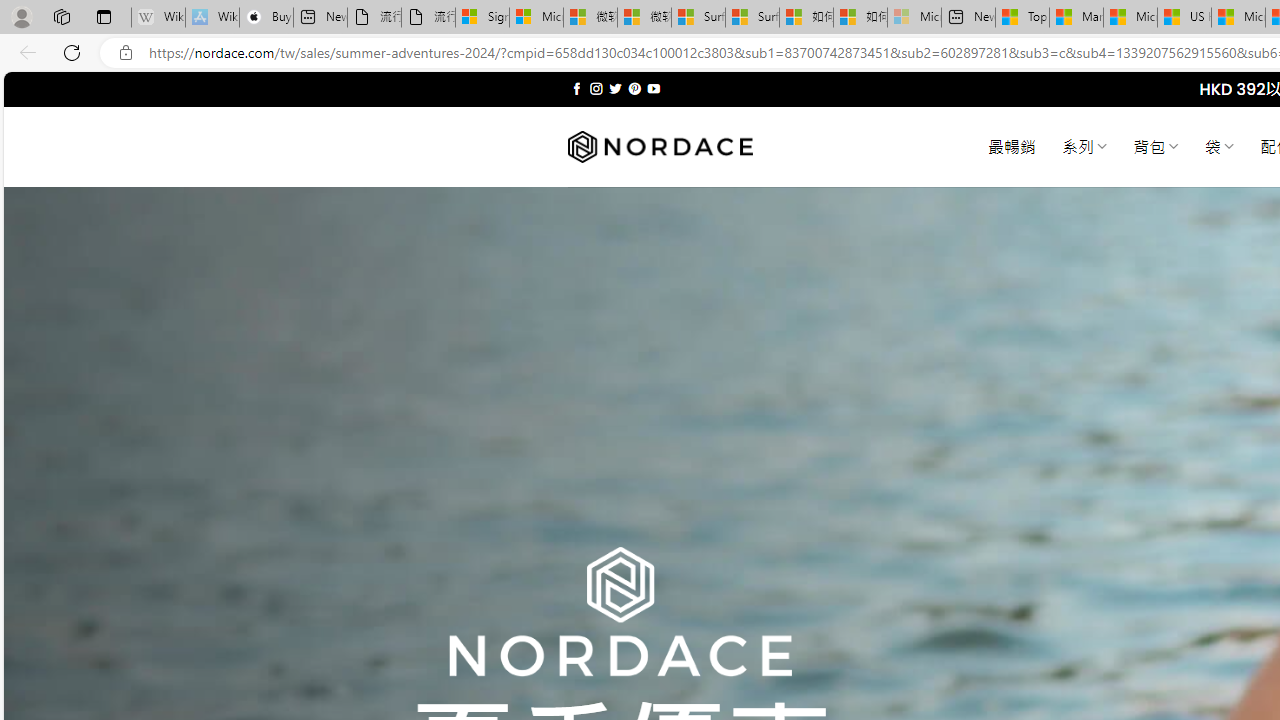 This screenshot has height=720, width=1280. What do you see at coordinates (1075, 17) in the screenshot?
I see `'Marine life - MSN'` at bounding box center [1075, 17].